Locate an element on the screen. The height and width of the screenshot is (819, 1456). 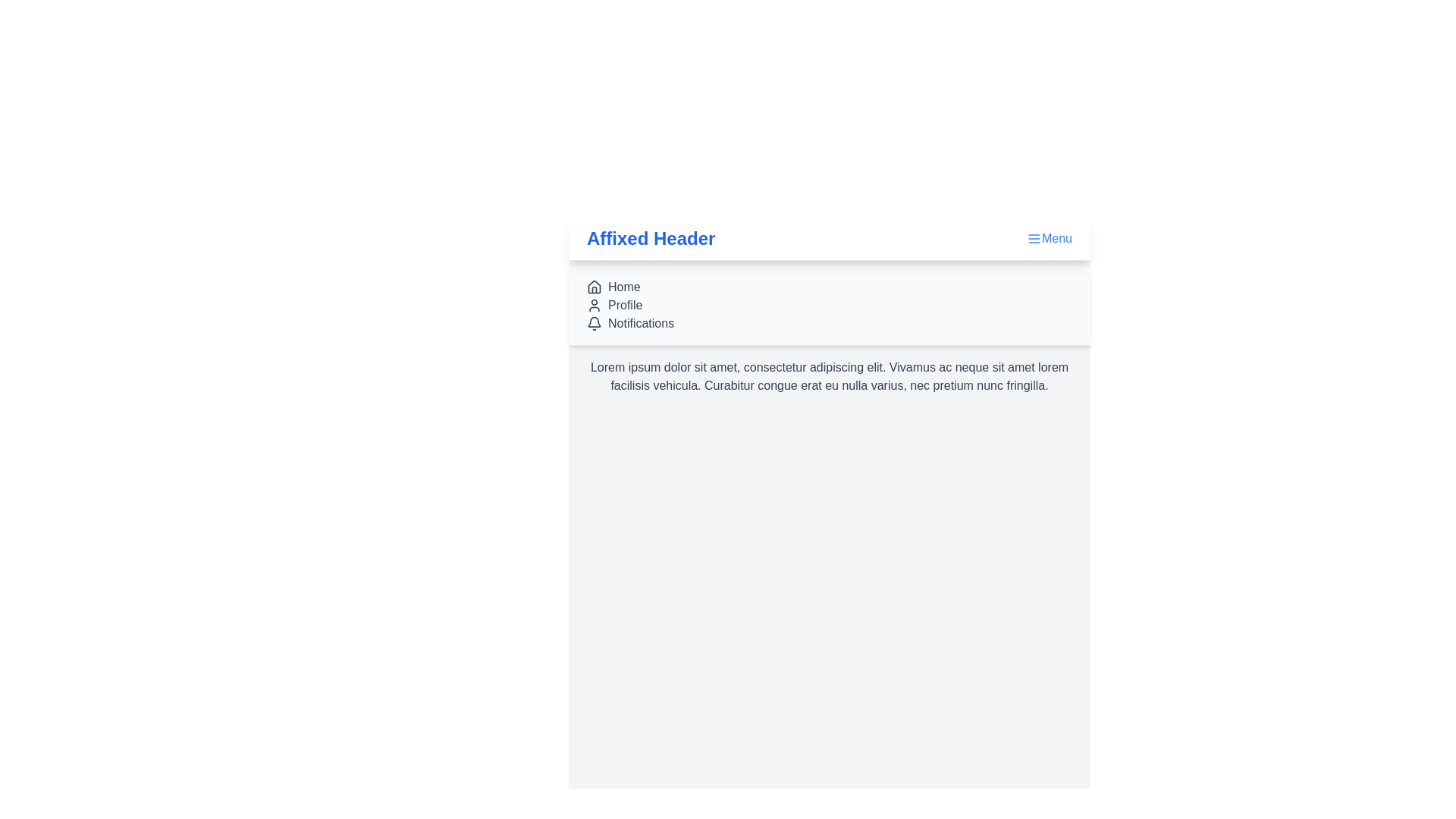
the icon located at the far right of the header section, next to the 'Menu' text label is located at coordinates (1033, 239).